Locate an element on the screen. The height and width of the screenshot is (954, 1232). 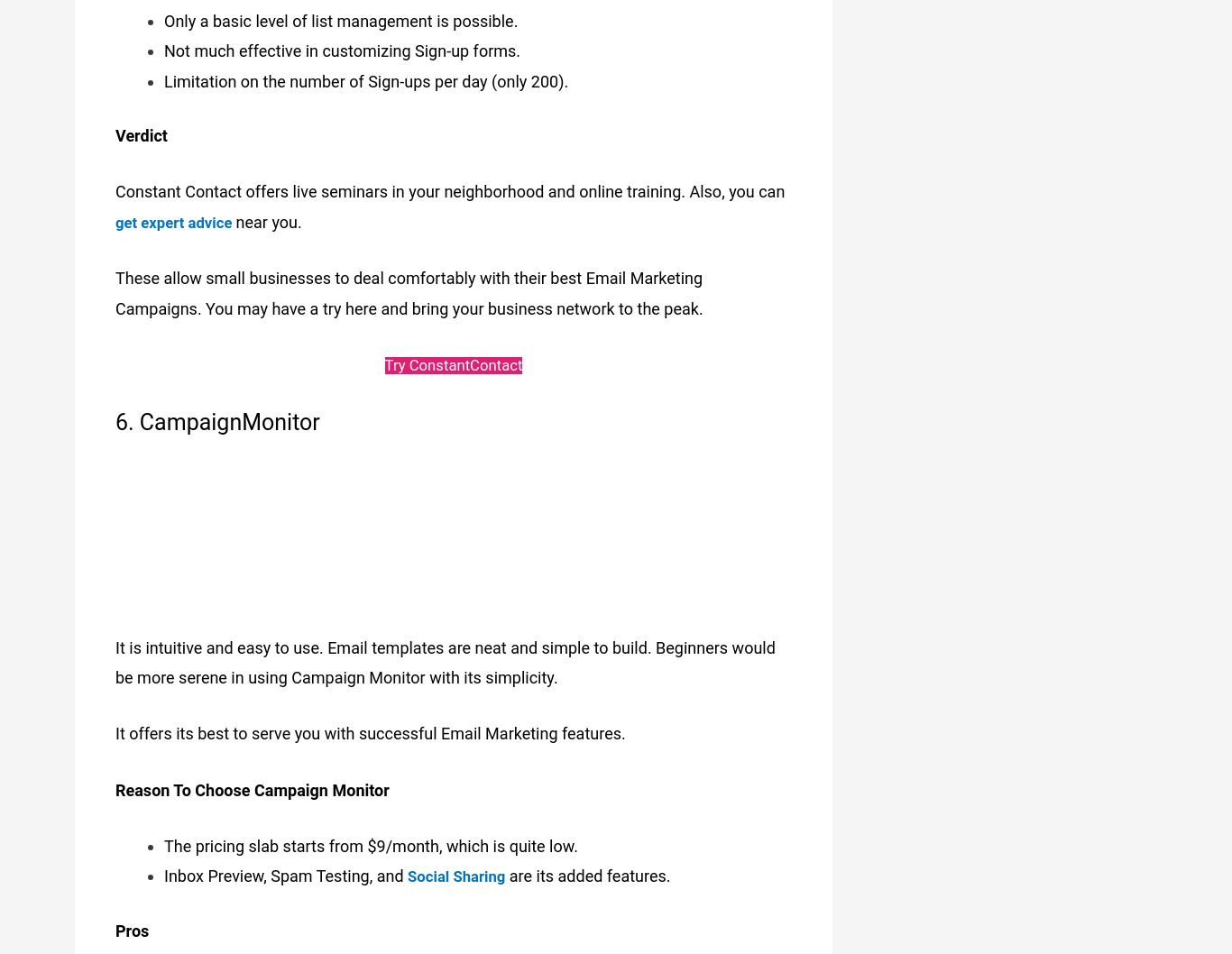
'Only a basic level of list management is possible.' is located at coordinates (162, 12).